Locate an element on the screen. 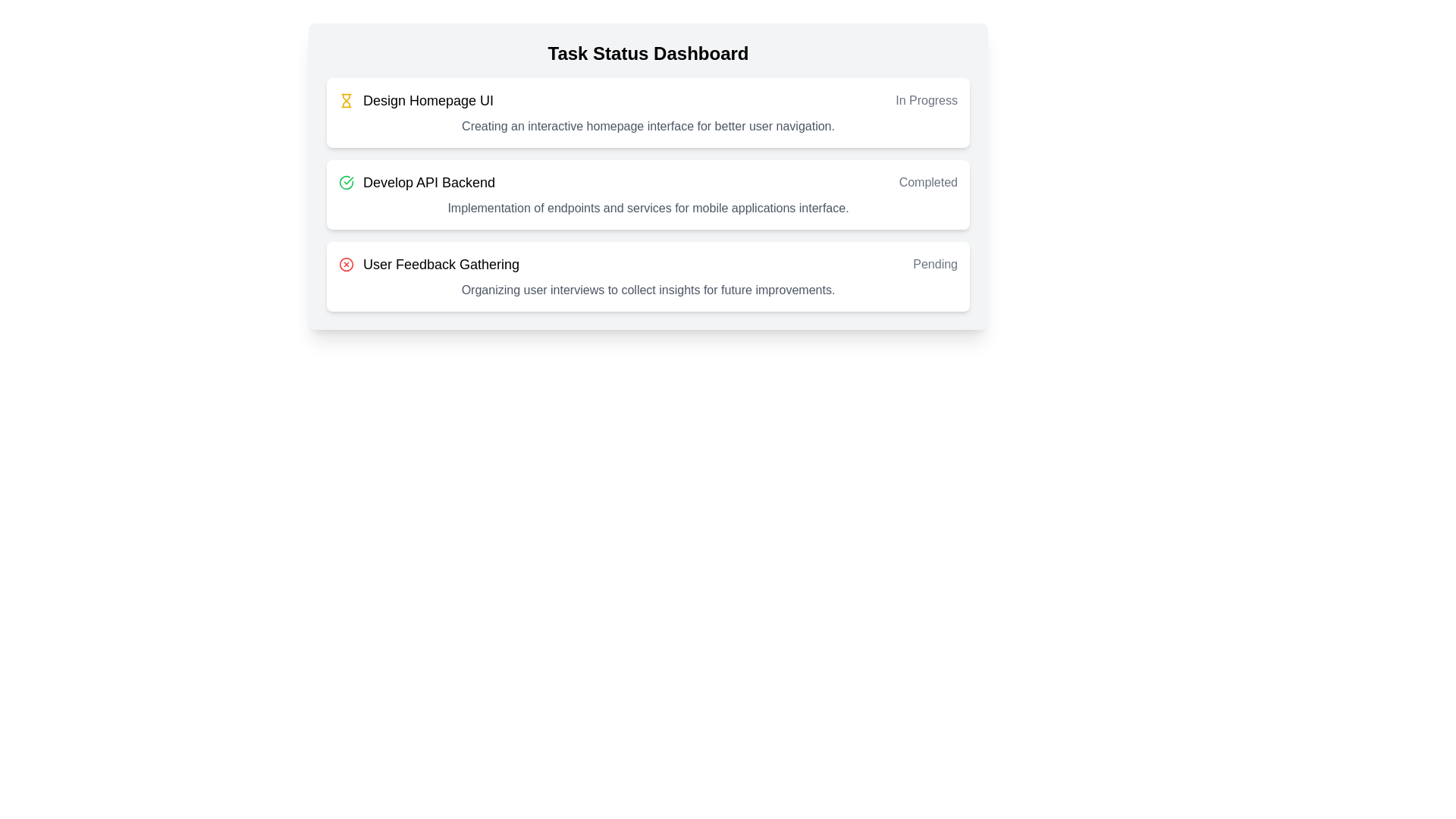  the 'Design Homepage UI' text label with the adjacent yellow hourglass icon is located at coordinates (416, 100).